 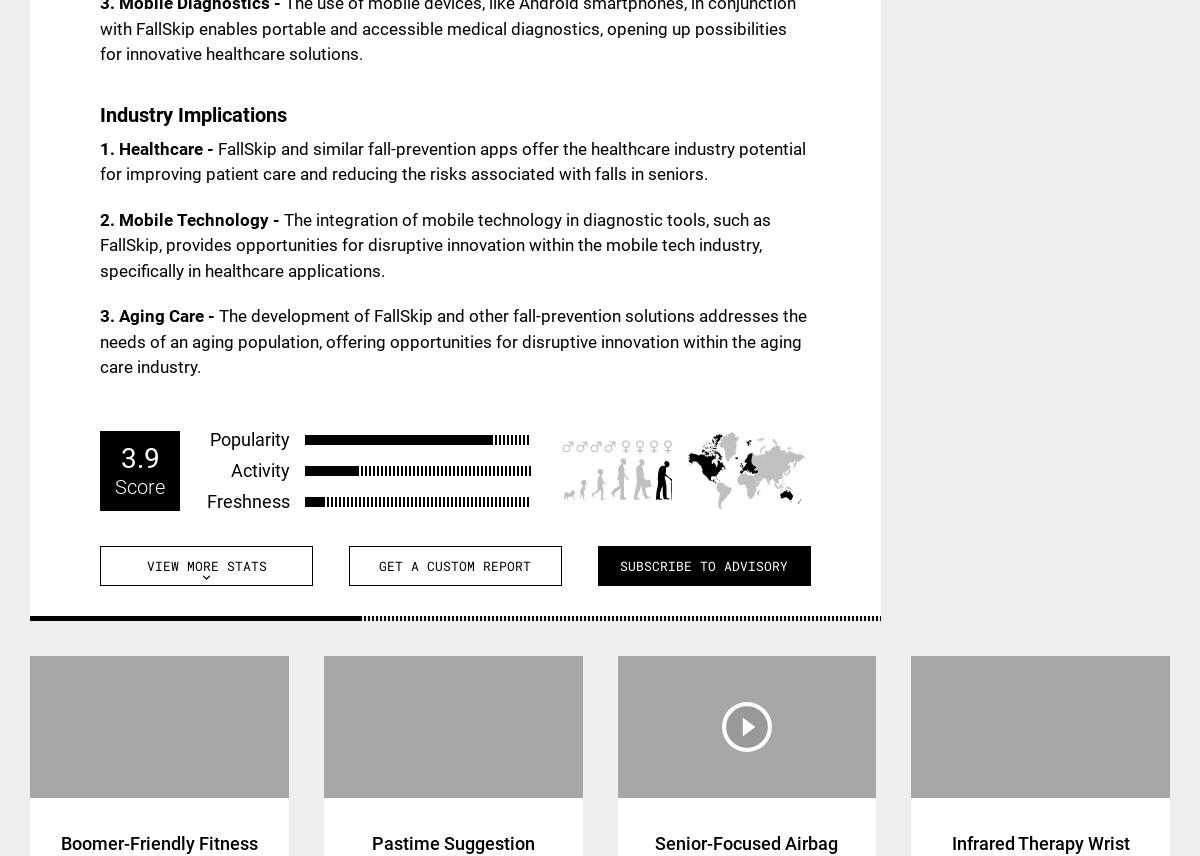 What do you see at coordinates (114, 485) in the screenshot?
I see `'Score'` at bounding box center [114, 485].